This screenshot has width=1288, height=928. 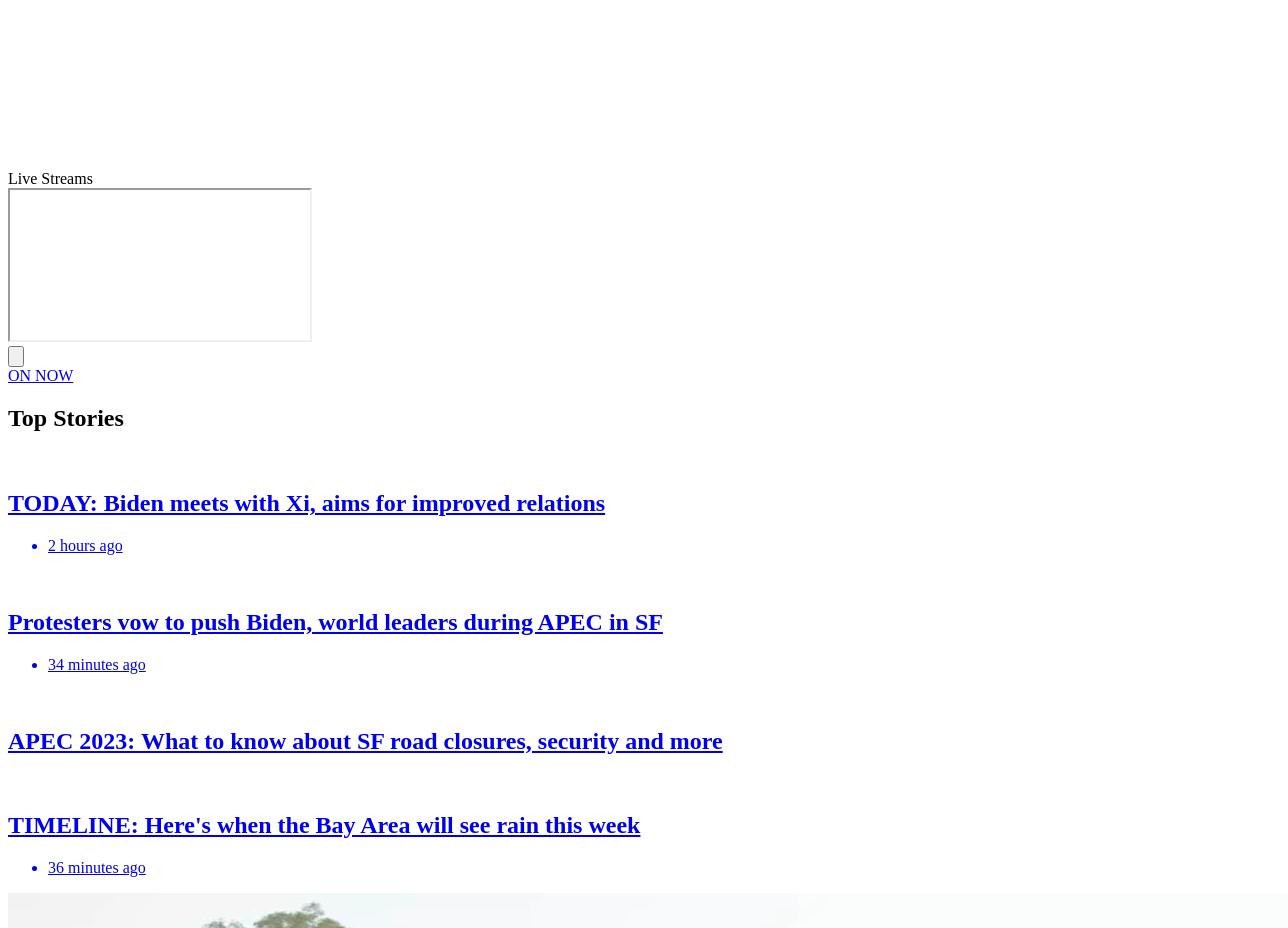 What do you see at coordinates (65, 417) in the screenshot?
I see `'Top Stories'` at bounding box center [65, 417].